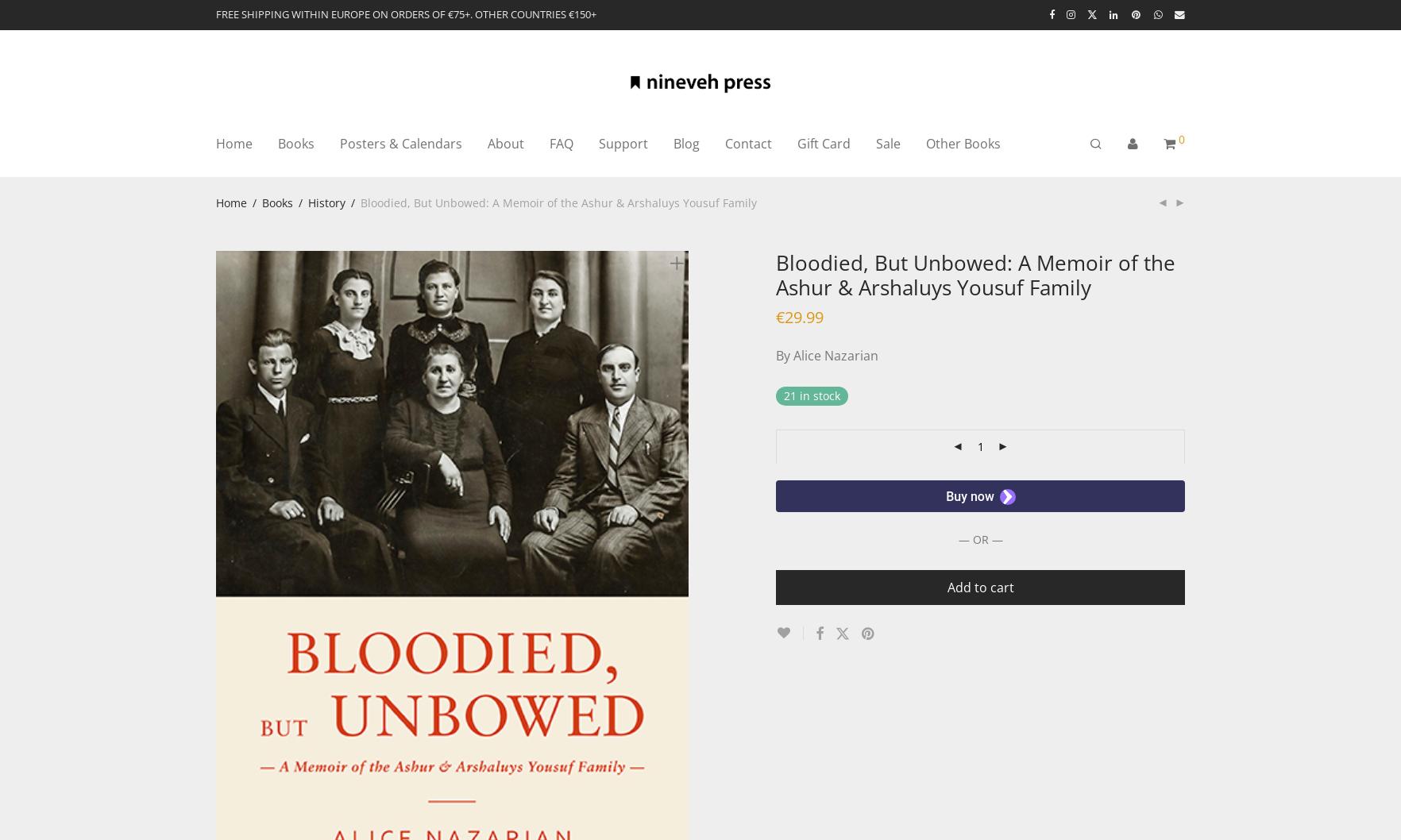 This screenshot has width=1401, height=840. I want to click on '— OR —', so click(979, 538).